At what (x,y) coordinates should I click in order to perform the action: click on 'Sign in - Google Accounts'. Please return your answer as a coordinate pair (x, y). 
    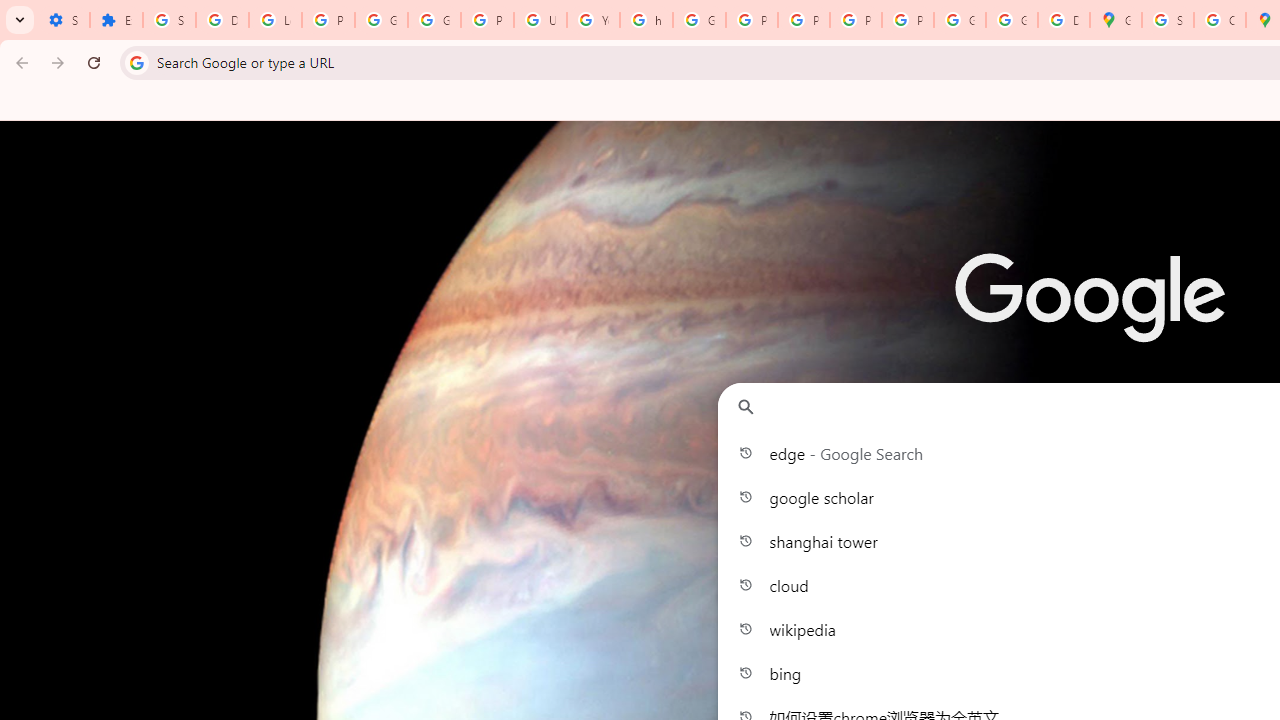
    Looking at the image, I should click on (1168, 20).